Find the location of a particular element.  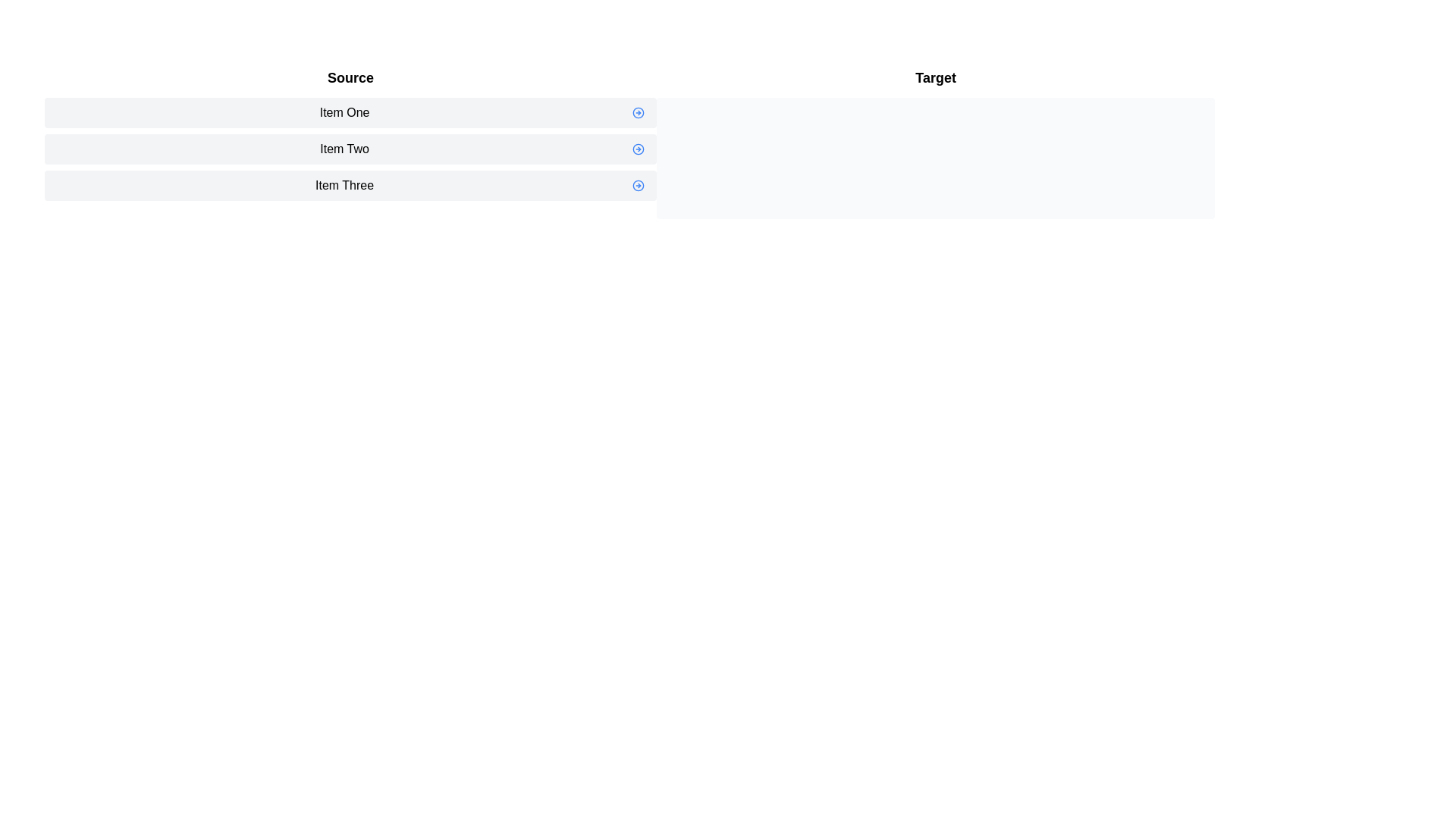

the circular blue button with a right-pointing arrow located to the right of the label 'Item Three' in the interface is located at coordinates (639, 185).